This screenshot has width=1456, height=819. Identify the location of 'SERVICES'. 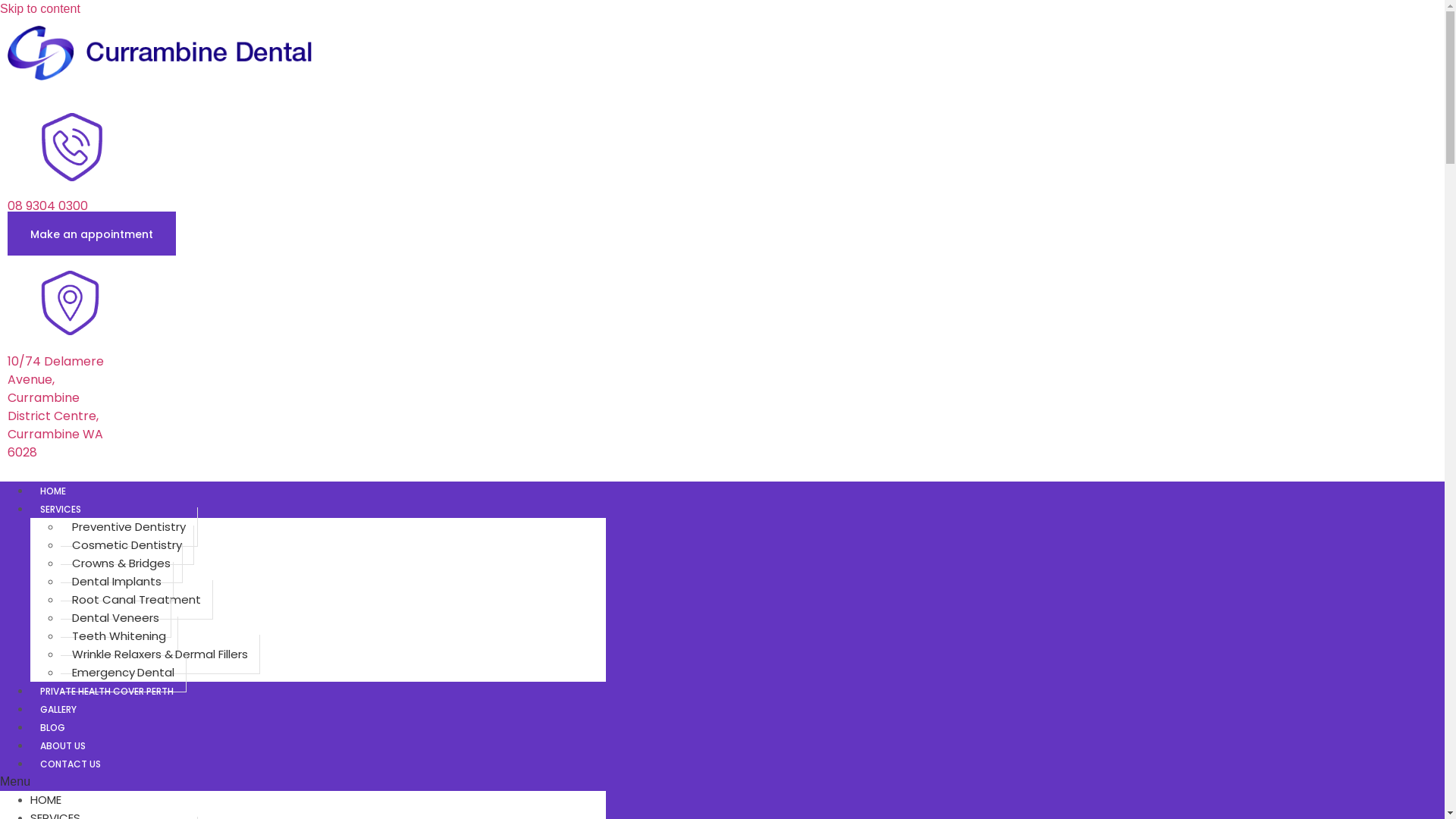
(61, 507).